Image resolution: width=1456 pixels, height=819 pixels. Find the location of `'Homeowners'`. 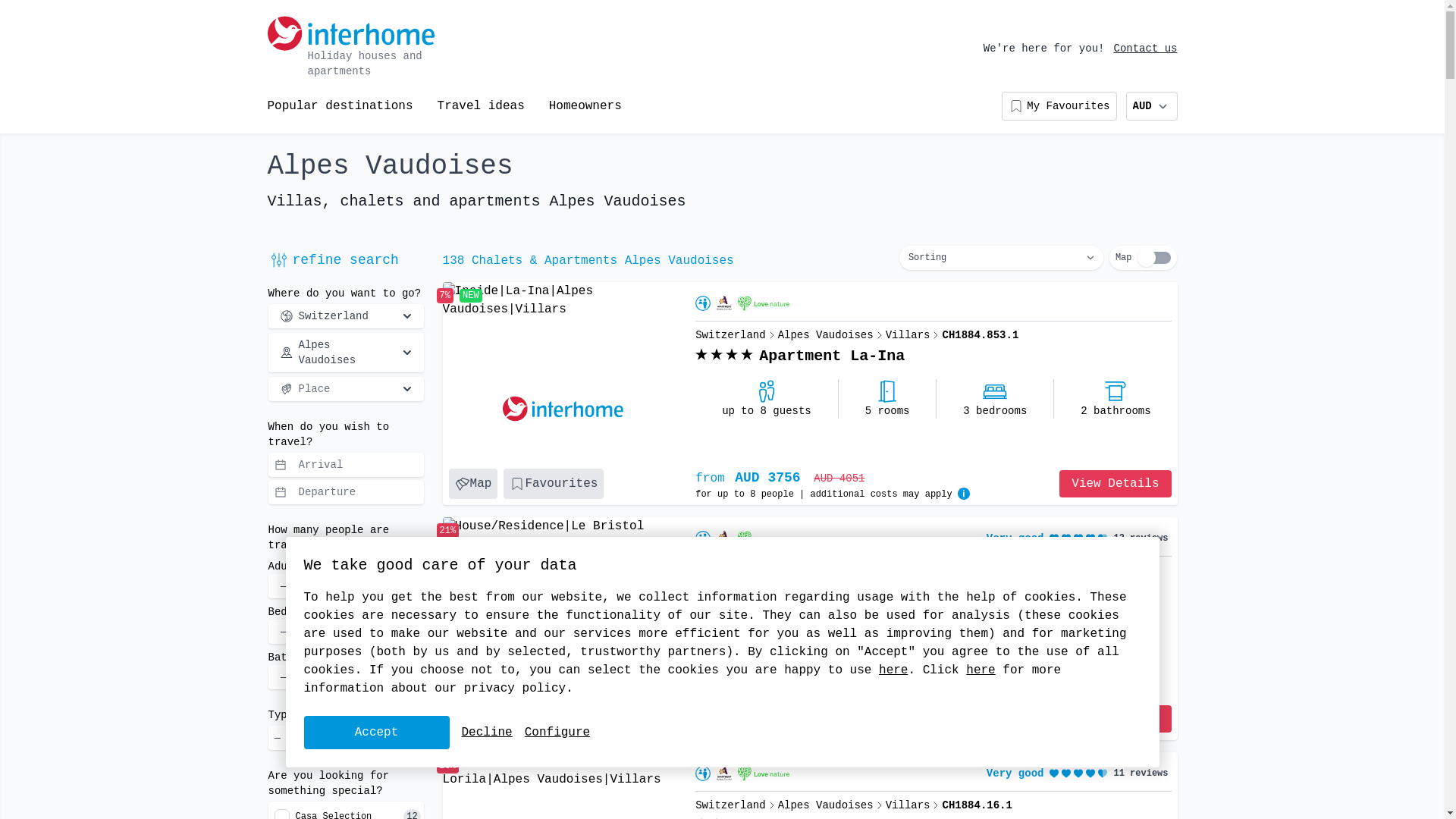

'Homeowners' is located at coordinates (585, 105).